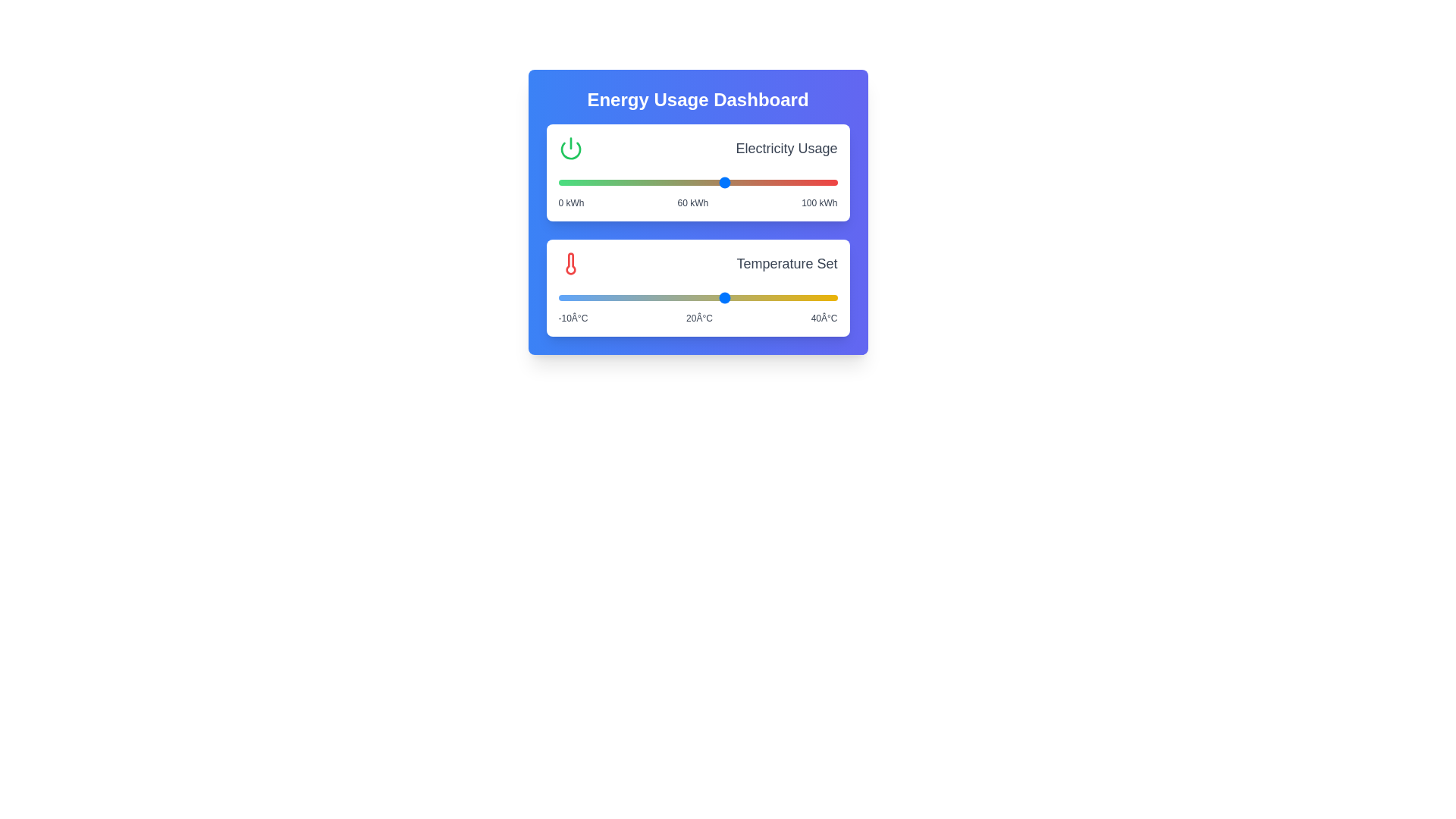  Describe the element at coordinates (823, 181) in the screenshot. I see `the electricity usage slider to 95 kWh` at that location.